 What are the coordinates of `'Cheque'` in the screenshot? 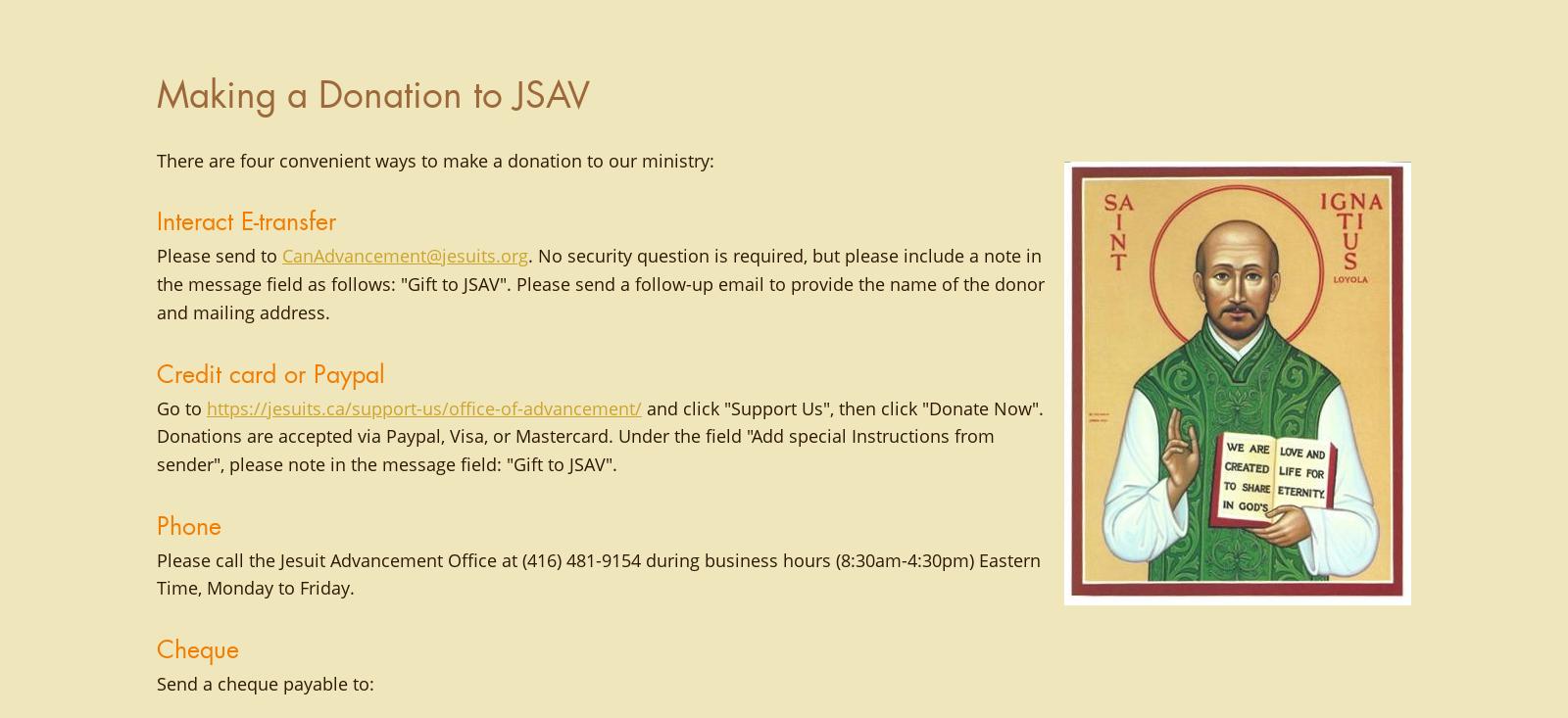 It's located at (156, 649).